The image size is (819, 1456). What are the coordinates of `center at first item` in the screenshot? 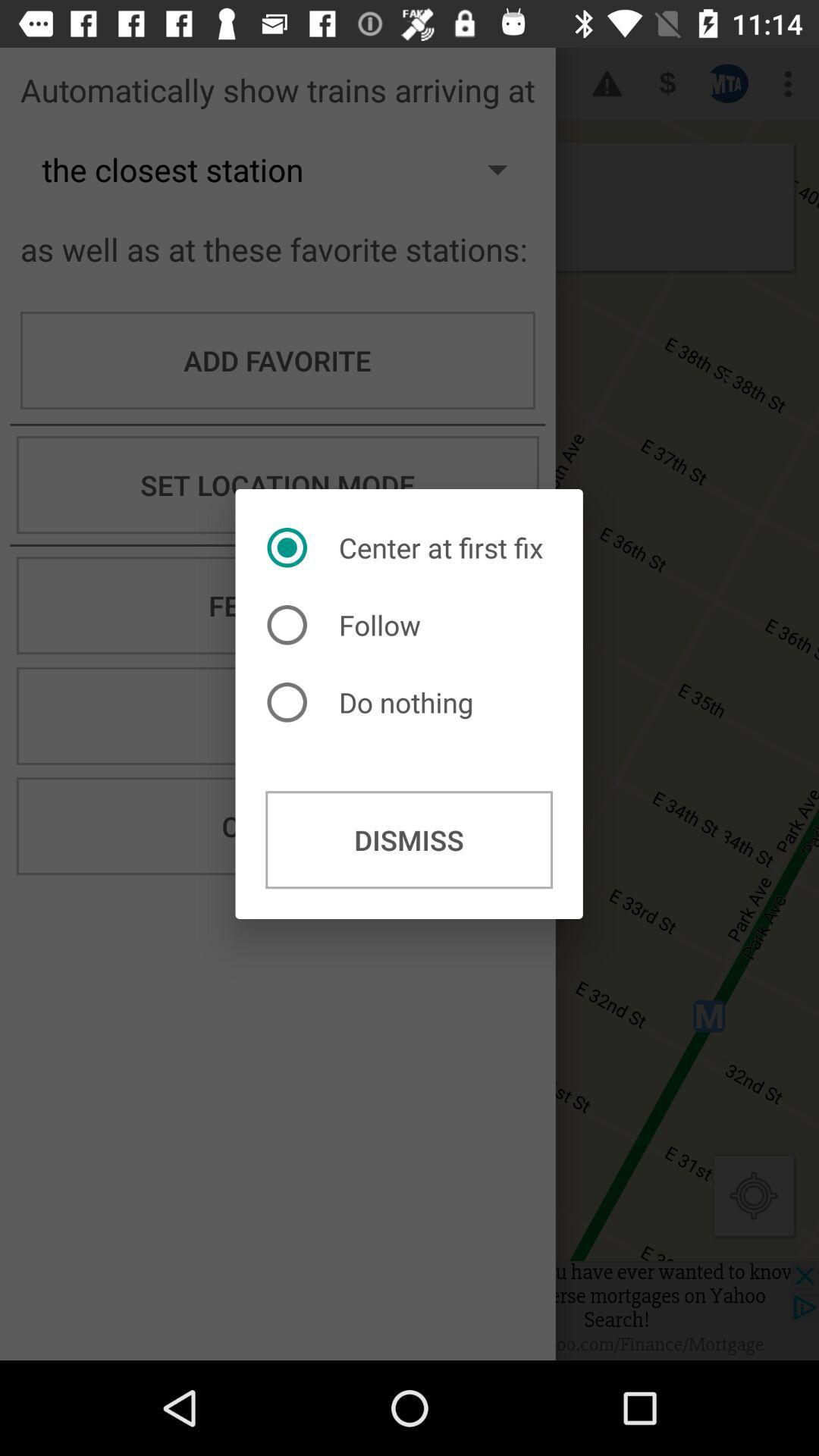 It's located at (408, 547).